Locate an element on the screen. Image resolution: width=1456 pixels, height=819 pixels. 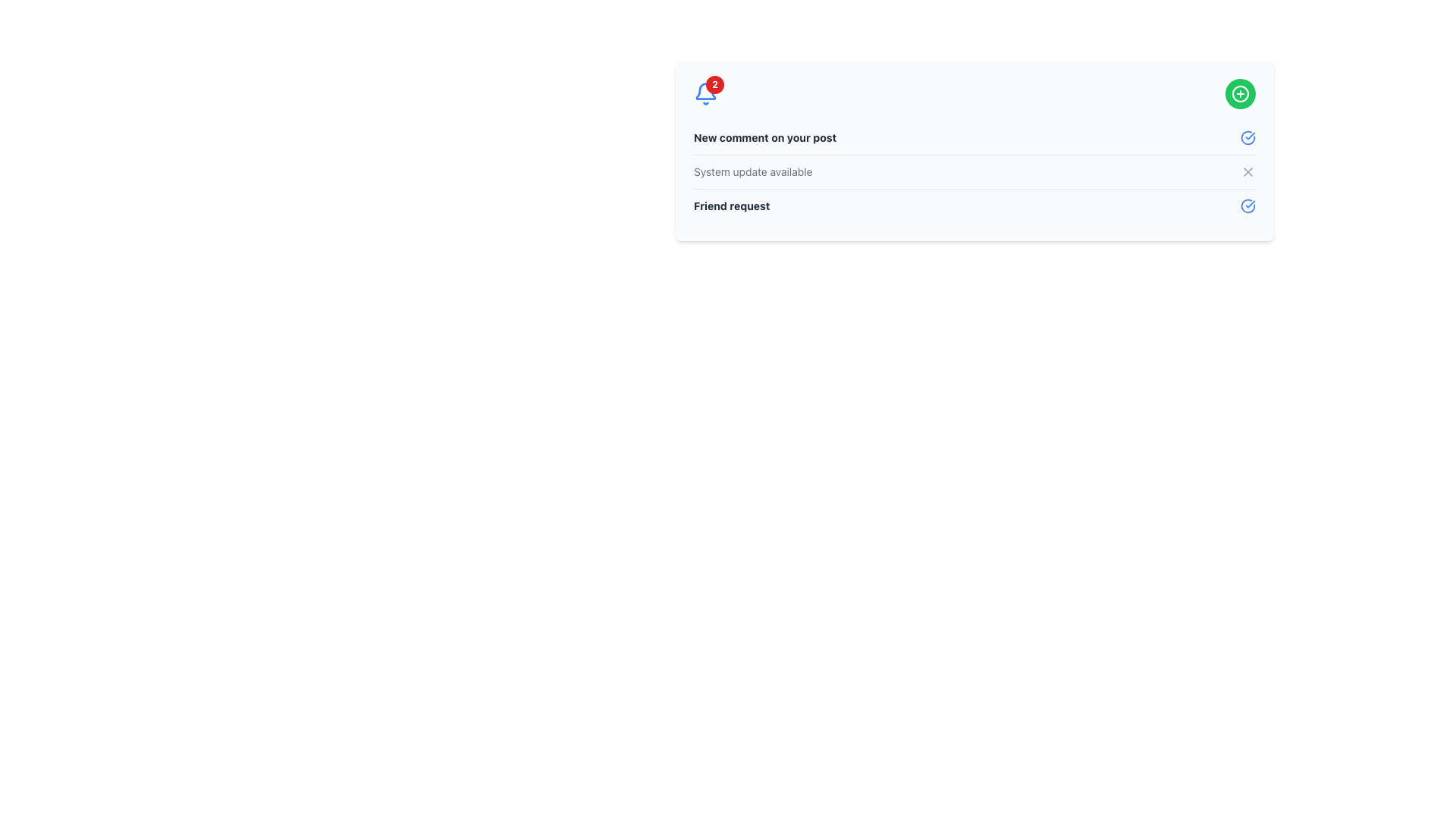
the Notification Badge that indicates there are two unread notifications, located at the top-right corner of the blue bell icon is located at coordinates (714, 84).